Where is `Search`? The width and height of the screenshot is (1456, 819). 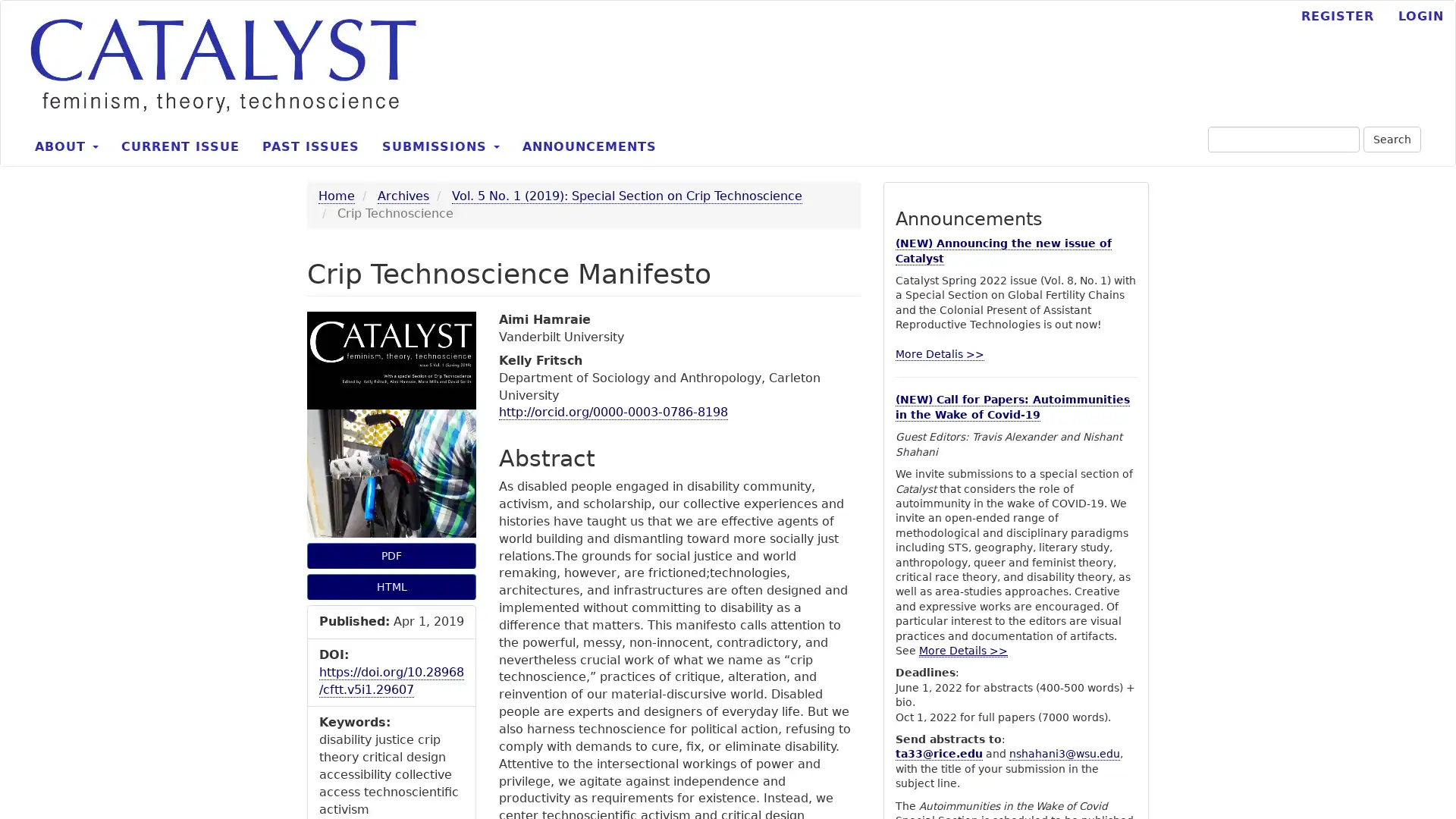
Search is located at coordinates (1392, 138).